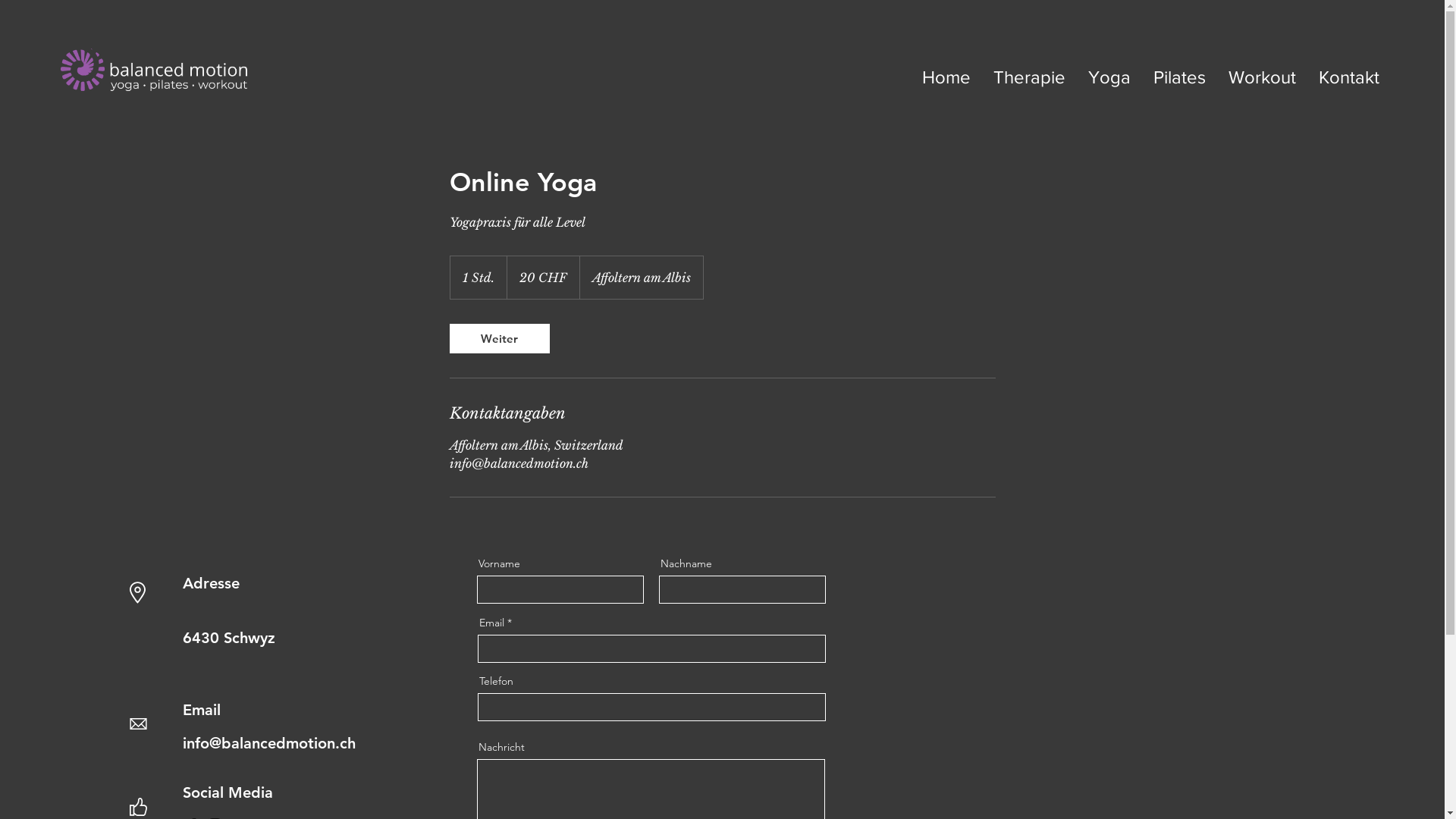 This screenshot has width=1456, height=819. What do you see at coordinates (1349, 77) in the screenshot?
I see `'Kontakt'` at bounding box center [1349, 77].